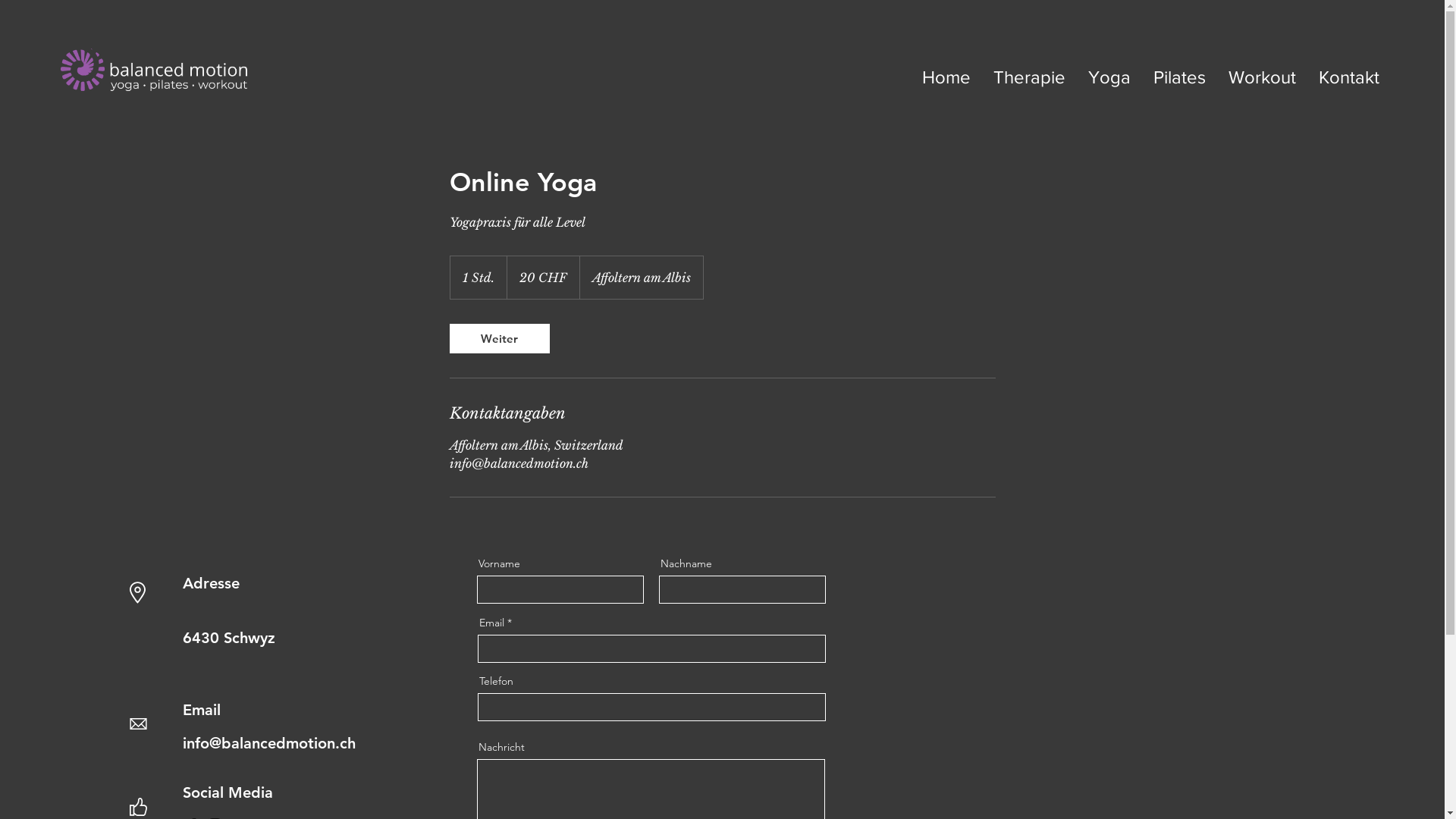 This screenshot has width=1456, height=819. What do you see at coordinates (1349, 77) in the screenshot?
I see `'Kontakt'` at bounding box center [1349, 77].